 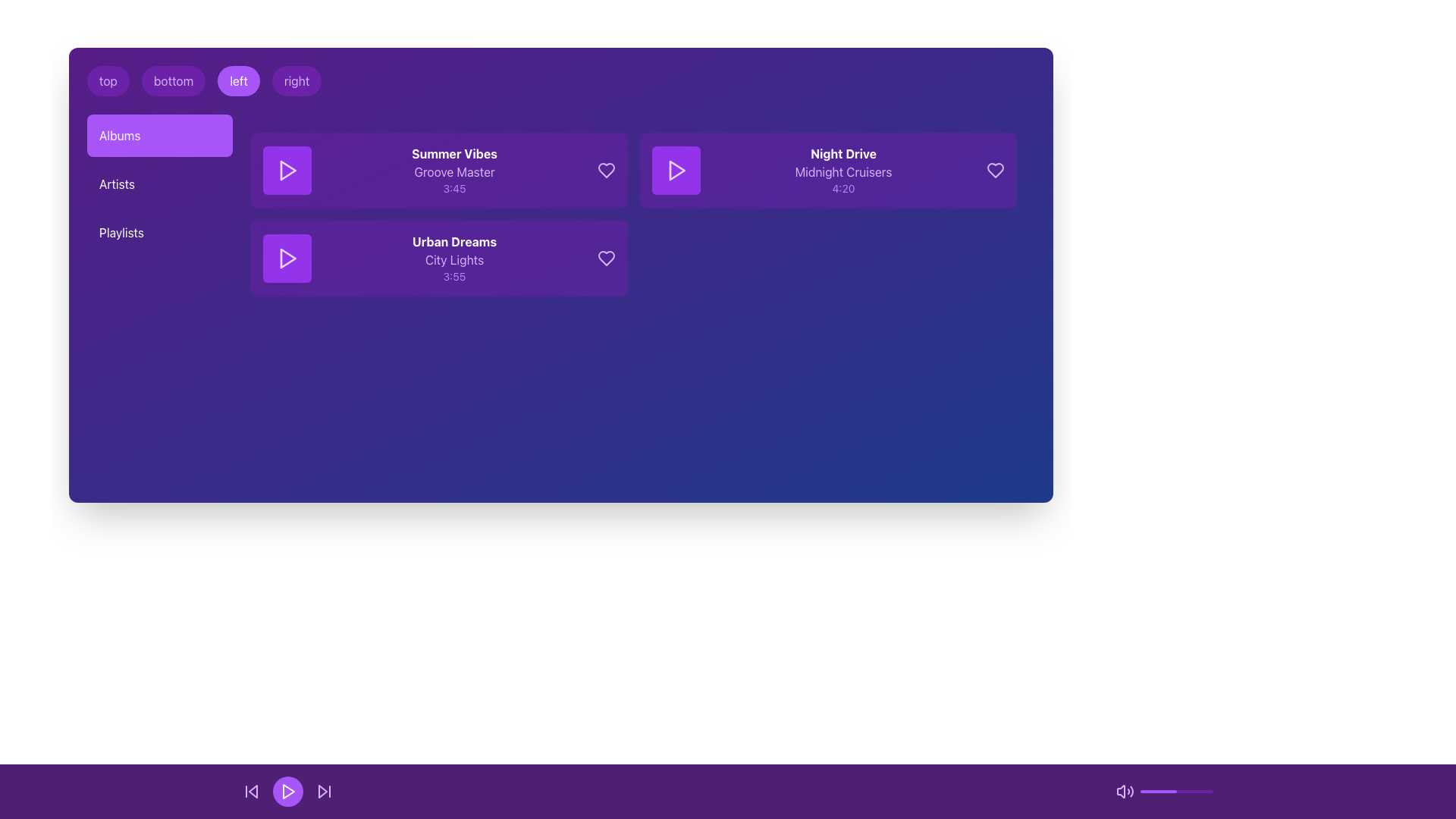 I want to click on the text label displaying the subtitle or artist name associated with the track 'Night Drive', so click(x=843, y=171).